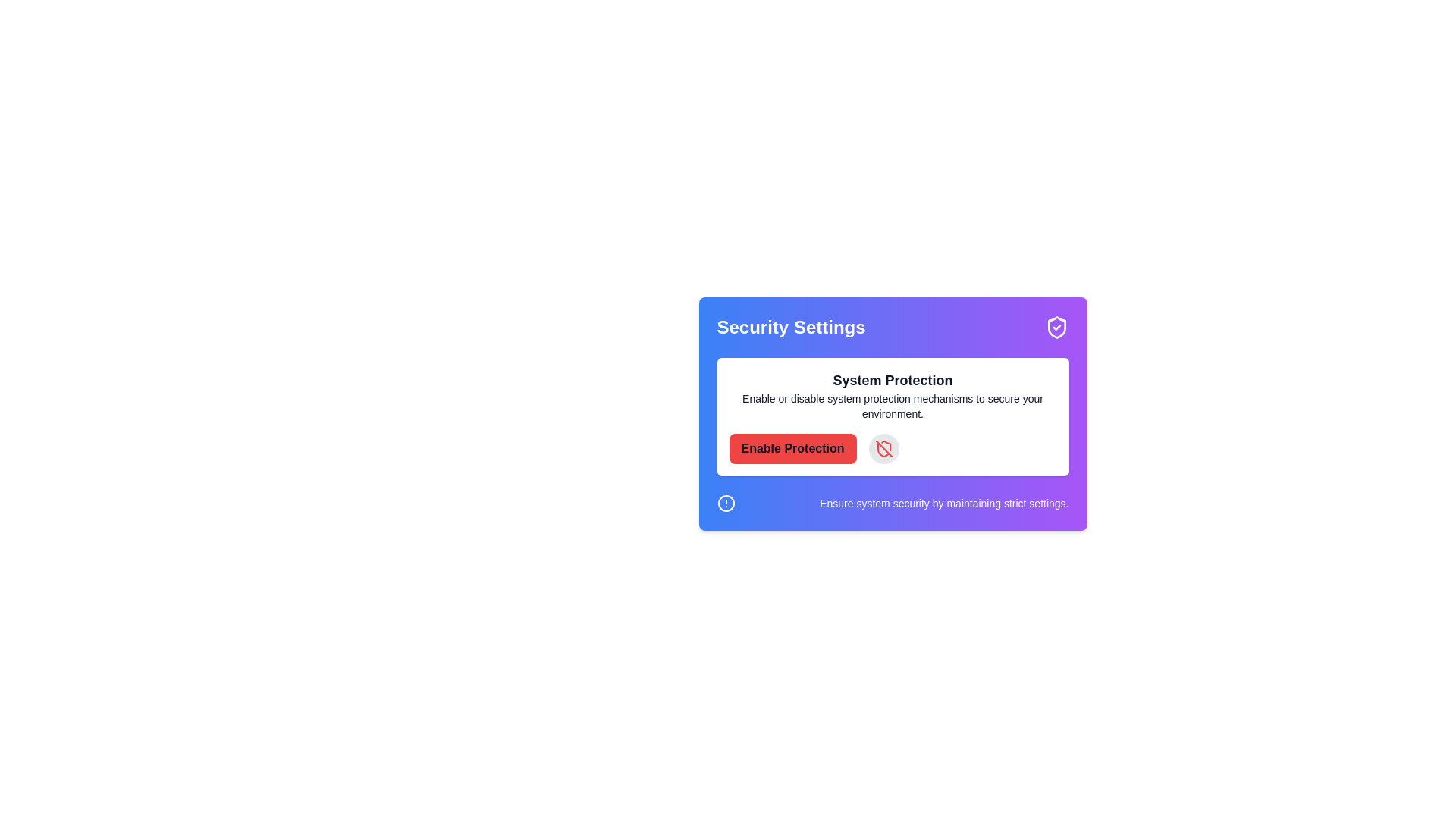 The width and height of the screenshot is (1456, 819). Describe the element at coordinates (883, 447) in the screenshot. I see `the protection disabled icon located in the lower-right corner of the system protection section, next to the 'Enable Protection' button` at that location.